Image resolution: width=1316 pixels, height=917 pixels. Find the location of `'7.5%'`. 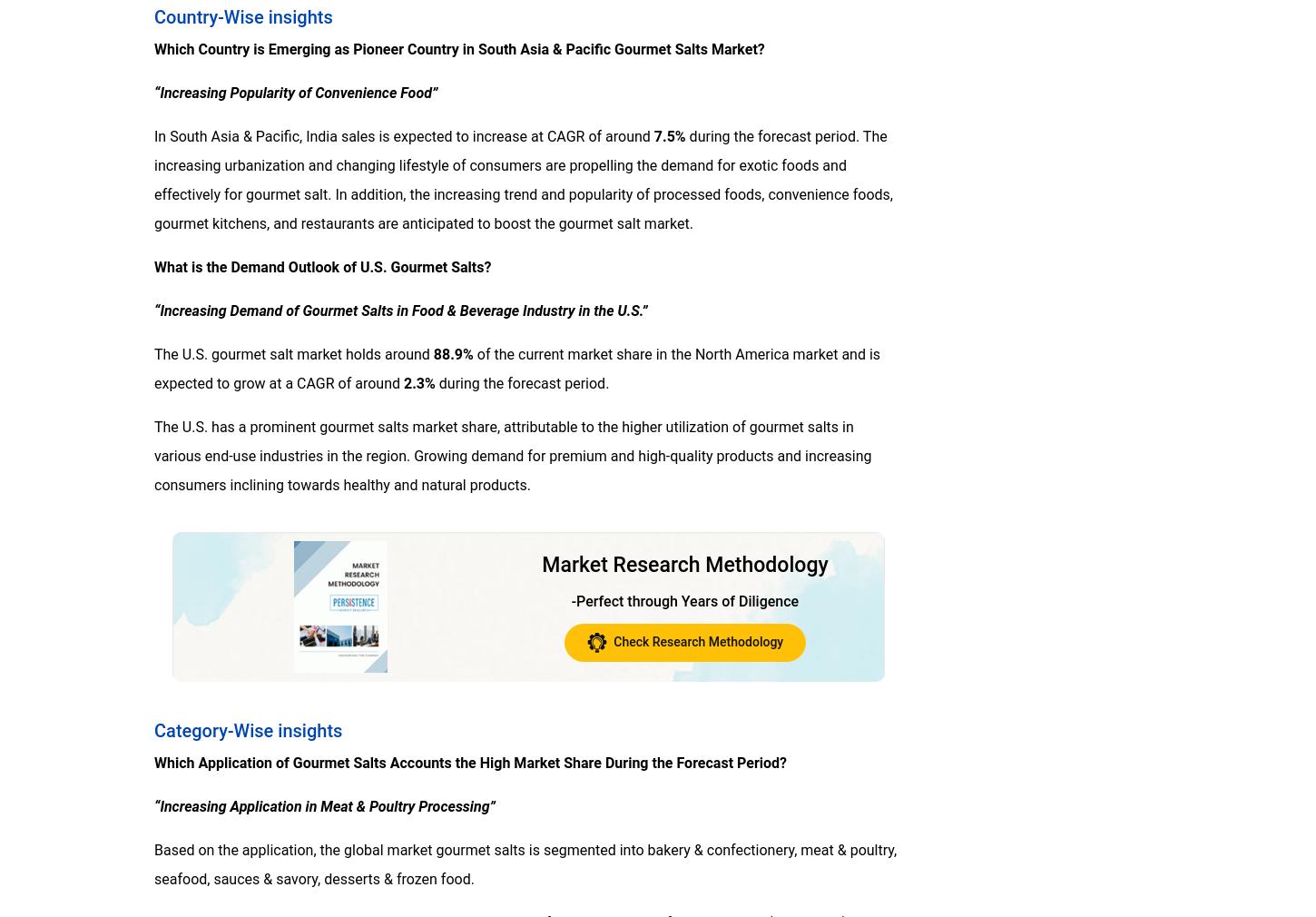

'7.5%' is located at coordinates (669, 134).